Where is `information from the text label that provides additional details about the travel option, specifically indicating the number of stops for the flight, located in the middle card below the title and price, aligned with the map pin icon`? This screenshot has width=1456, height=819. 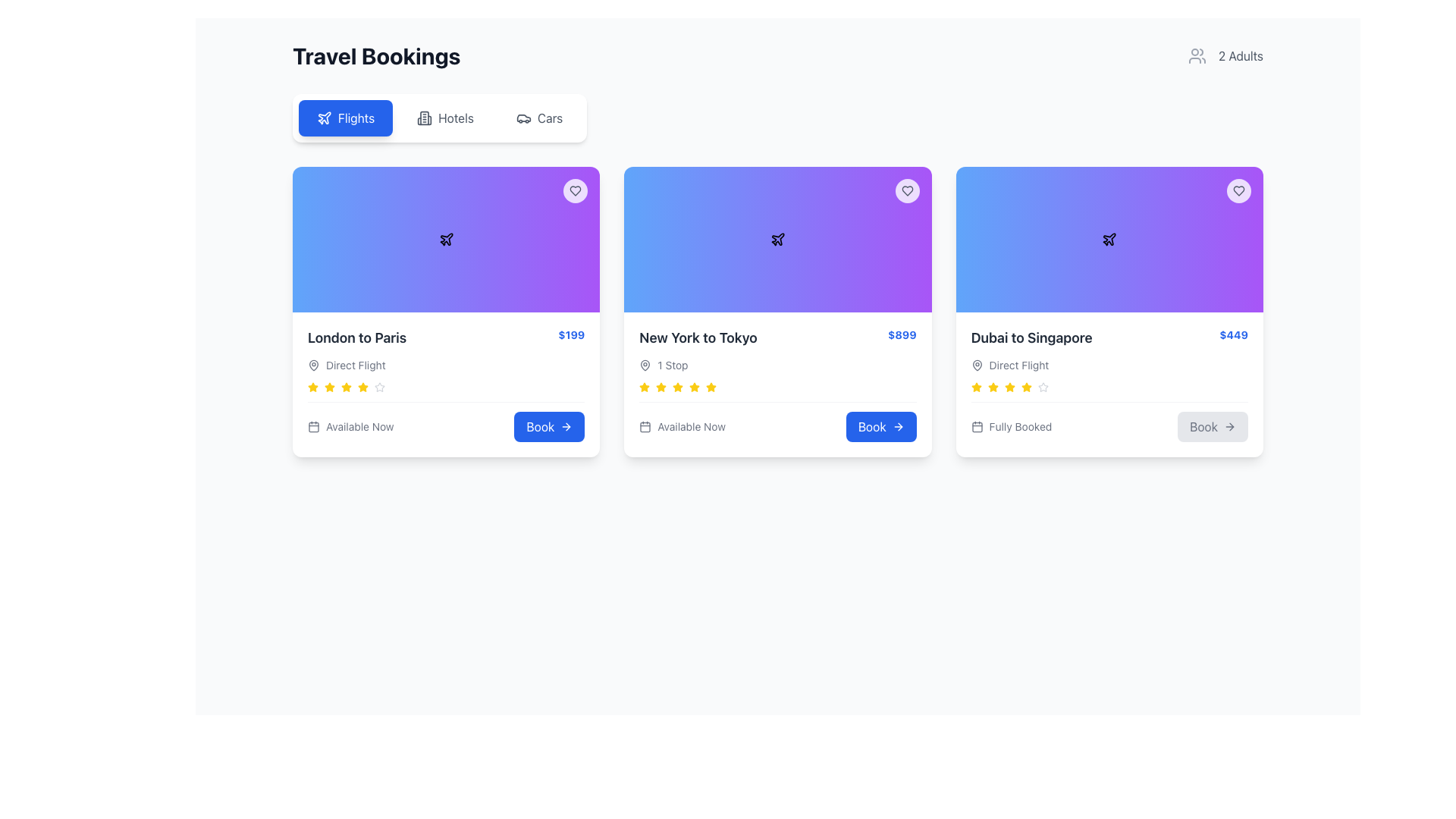
information from the text label that provides additional details about the travel option, specifically indicating the number of stops for the flight, located in the middle card below the title and price, aligned with the map pin icon is located at coordinates (672, 366).